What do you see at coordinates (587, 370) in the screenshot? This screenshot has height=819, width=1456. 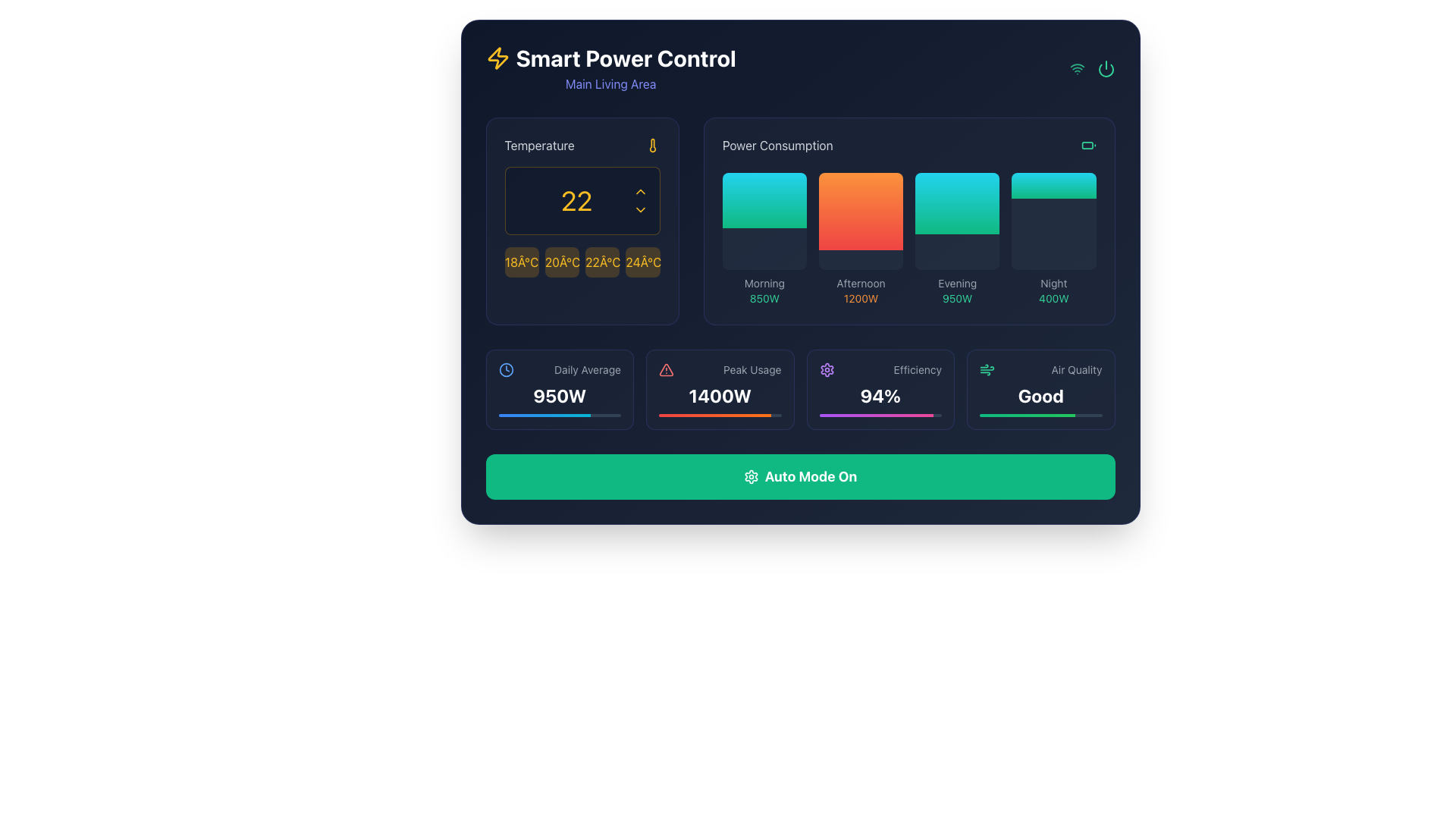 I see `the static text label displaying 'Daily Average' which is positioned above the power consumption value and is part of the data section in the bottom-left quadrant of the interface` at bounding box center [587, 370].